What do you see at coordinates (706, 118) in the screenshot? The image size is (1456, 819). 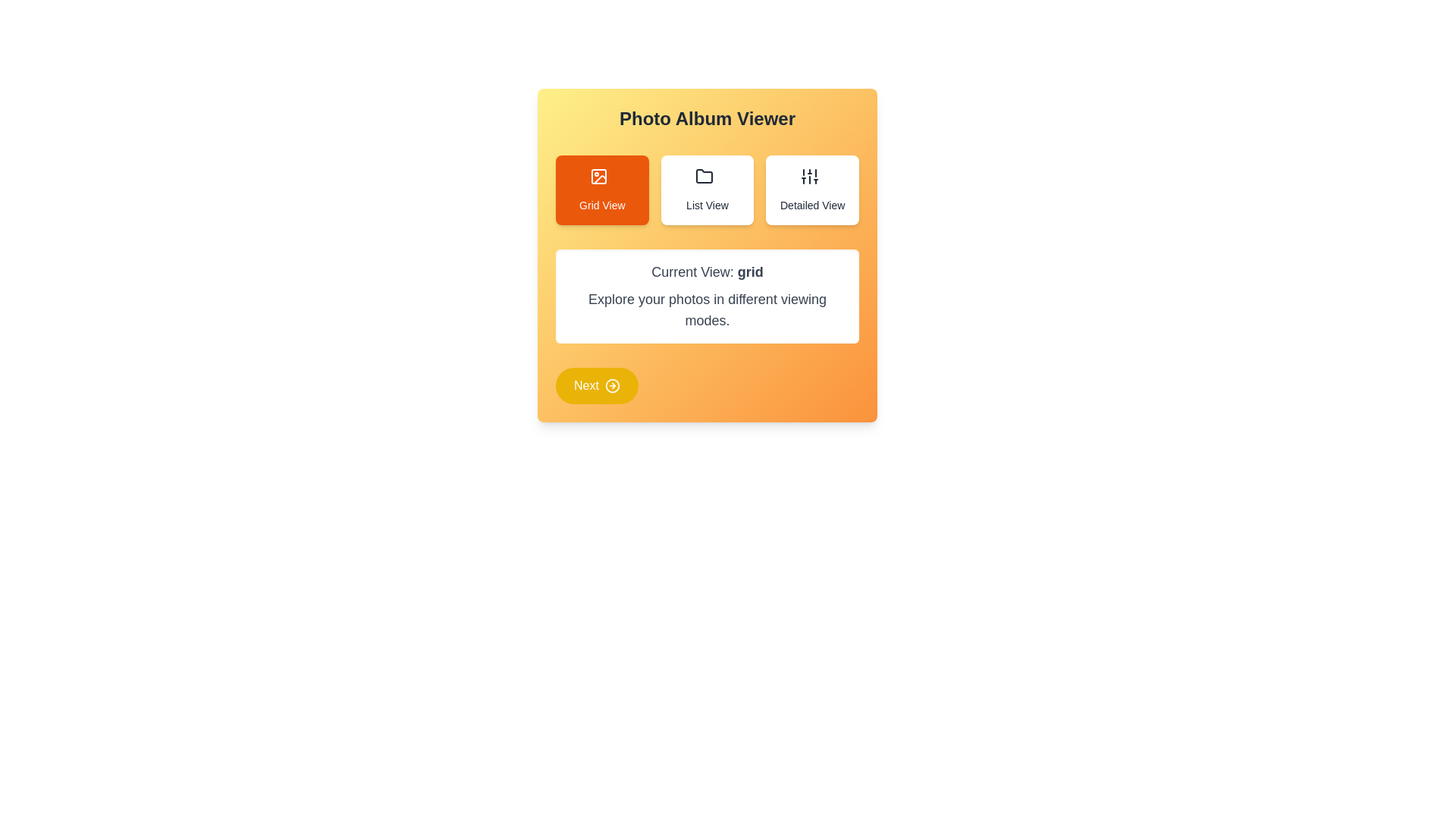 I see `the title text element that indicates the section is dedicated` at bounding box center [706, 118].